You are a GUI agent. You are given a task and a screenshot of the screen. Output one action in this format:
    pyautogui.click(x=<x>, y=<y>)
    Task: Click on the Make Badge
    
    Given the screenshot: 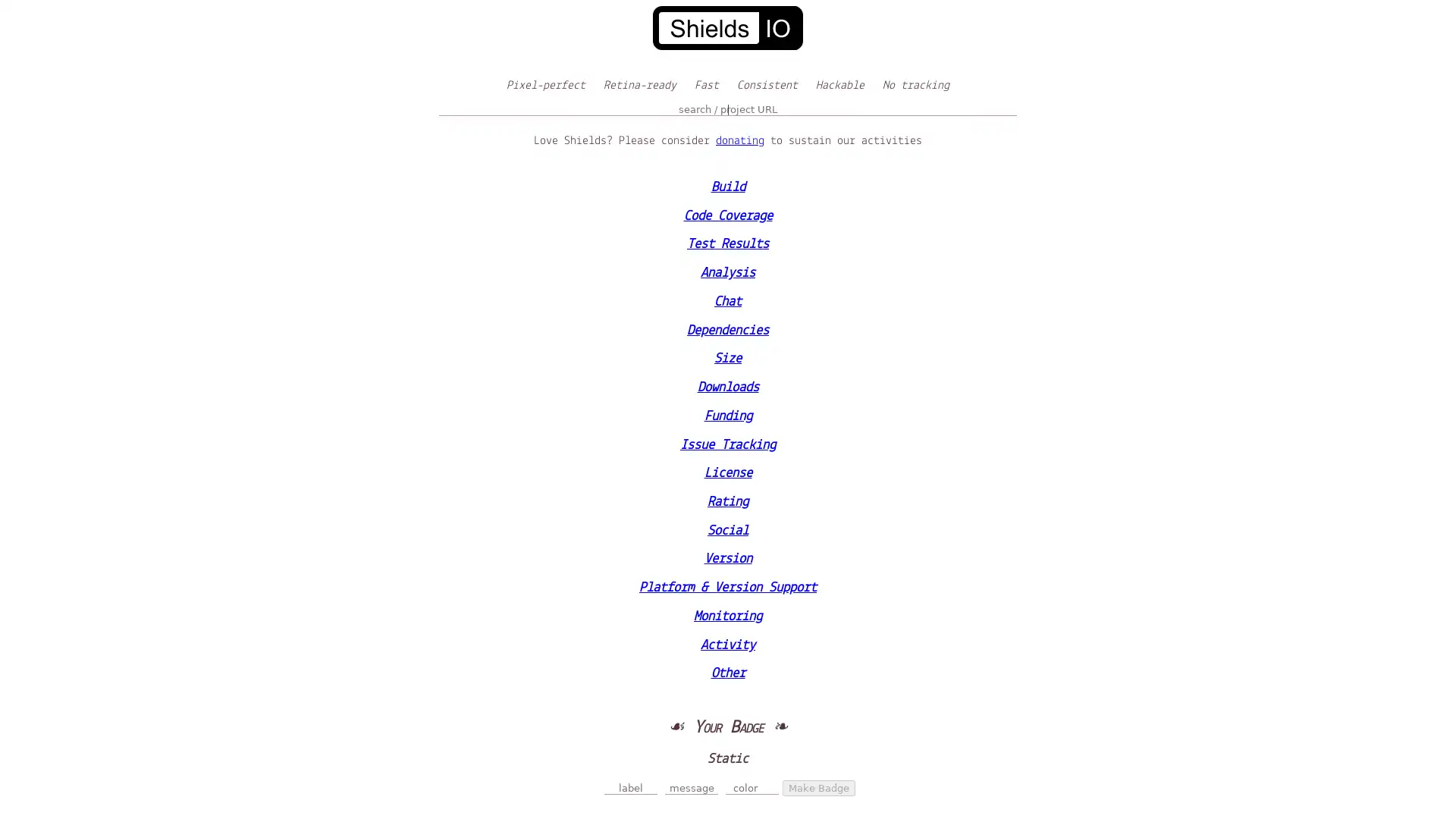 What is the action you would take?
    pyautogui.click(x=818, y=787)
    